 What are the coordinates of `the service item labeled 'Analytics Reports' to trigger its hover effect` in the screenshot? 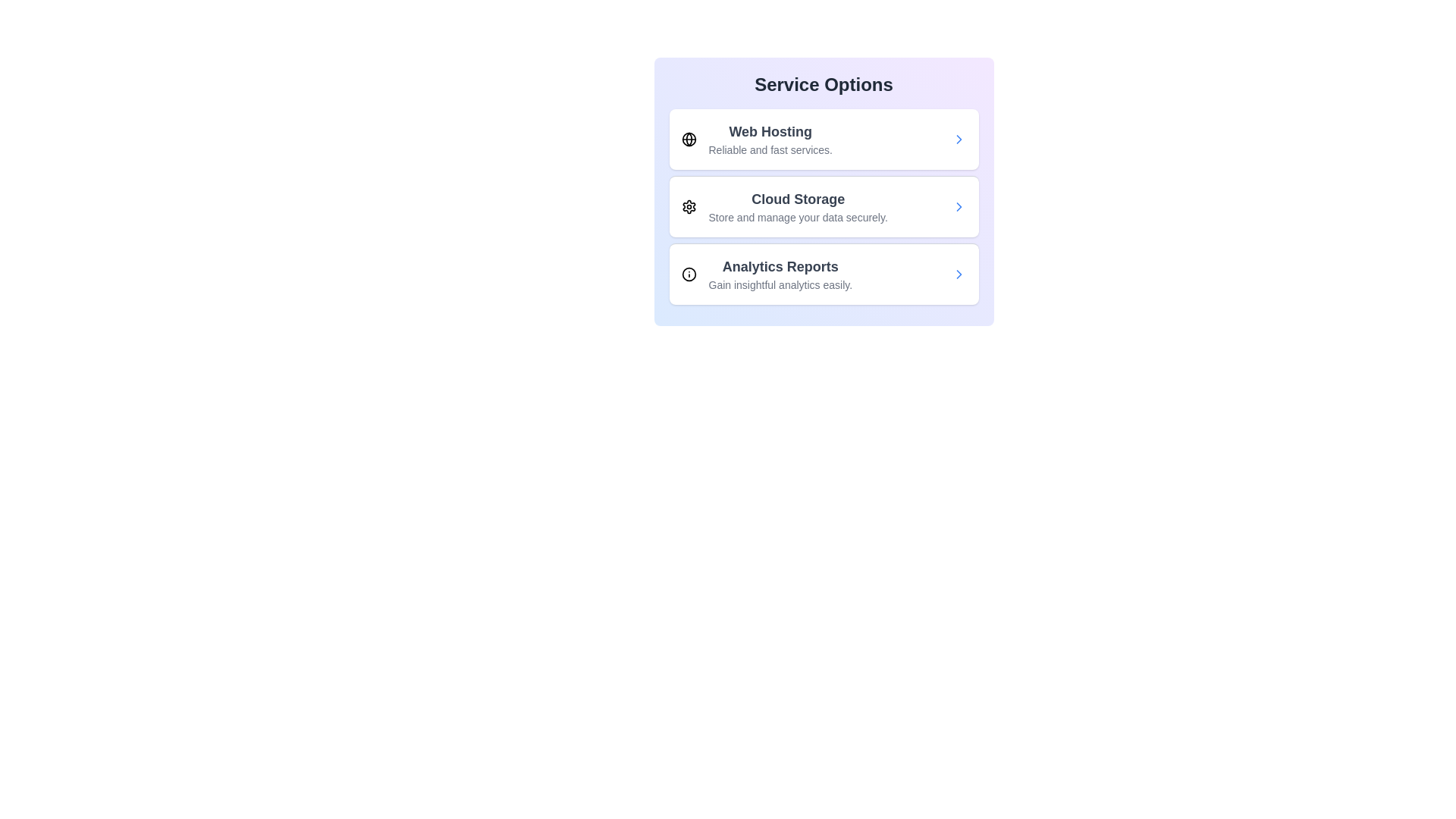 It's located at (823, 274).